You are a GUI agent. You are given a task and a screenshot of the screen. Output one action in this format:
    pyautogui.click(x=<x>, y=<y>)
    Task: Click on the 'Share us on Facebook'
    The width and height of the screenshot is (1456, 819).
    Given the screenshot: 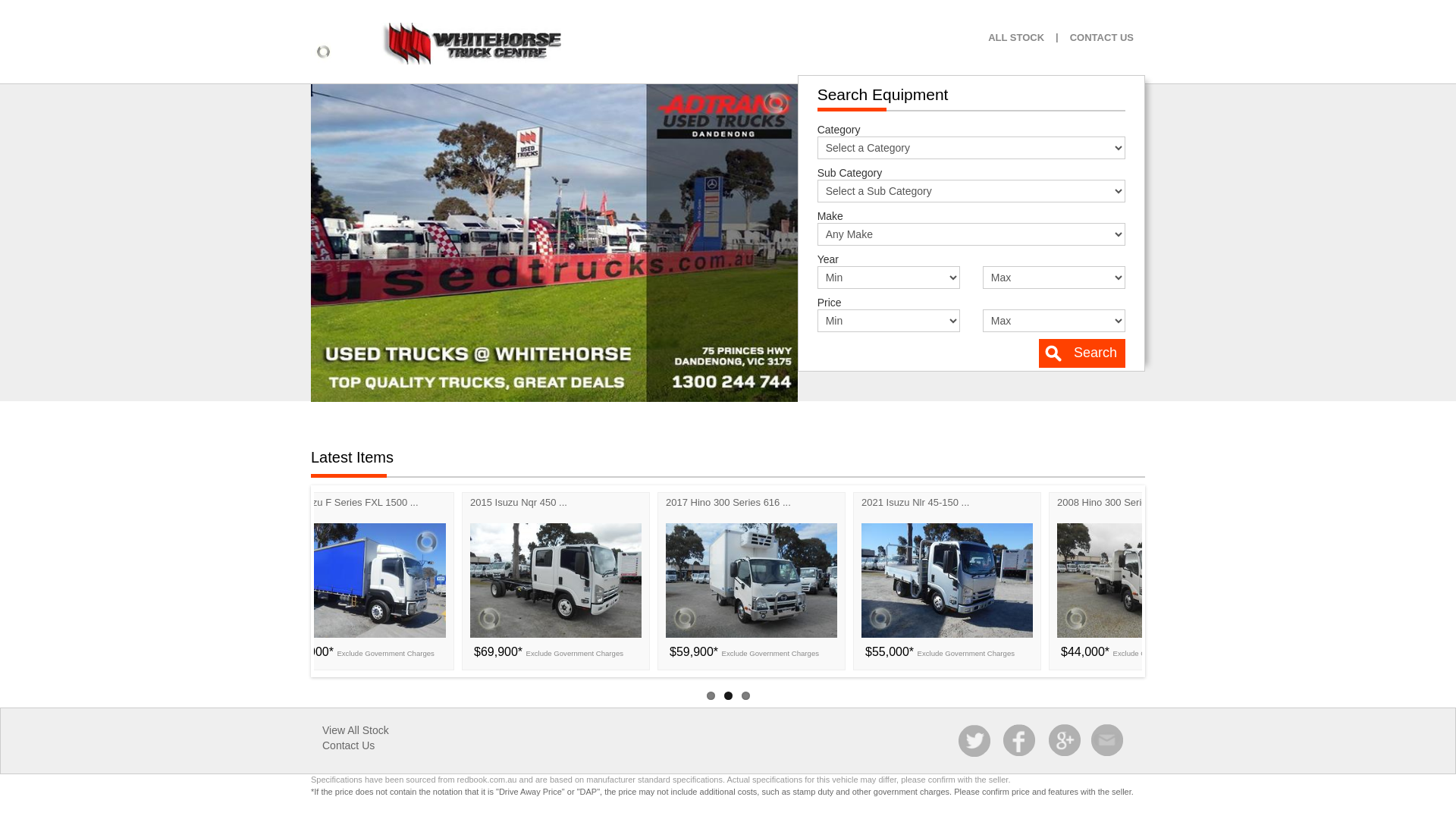 What is the action you would take?
    pyautogui.click(x=1001, y=739)
    